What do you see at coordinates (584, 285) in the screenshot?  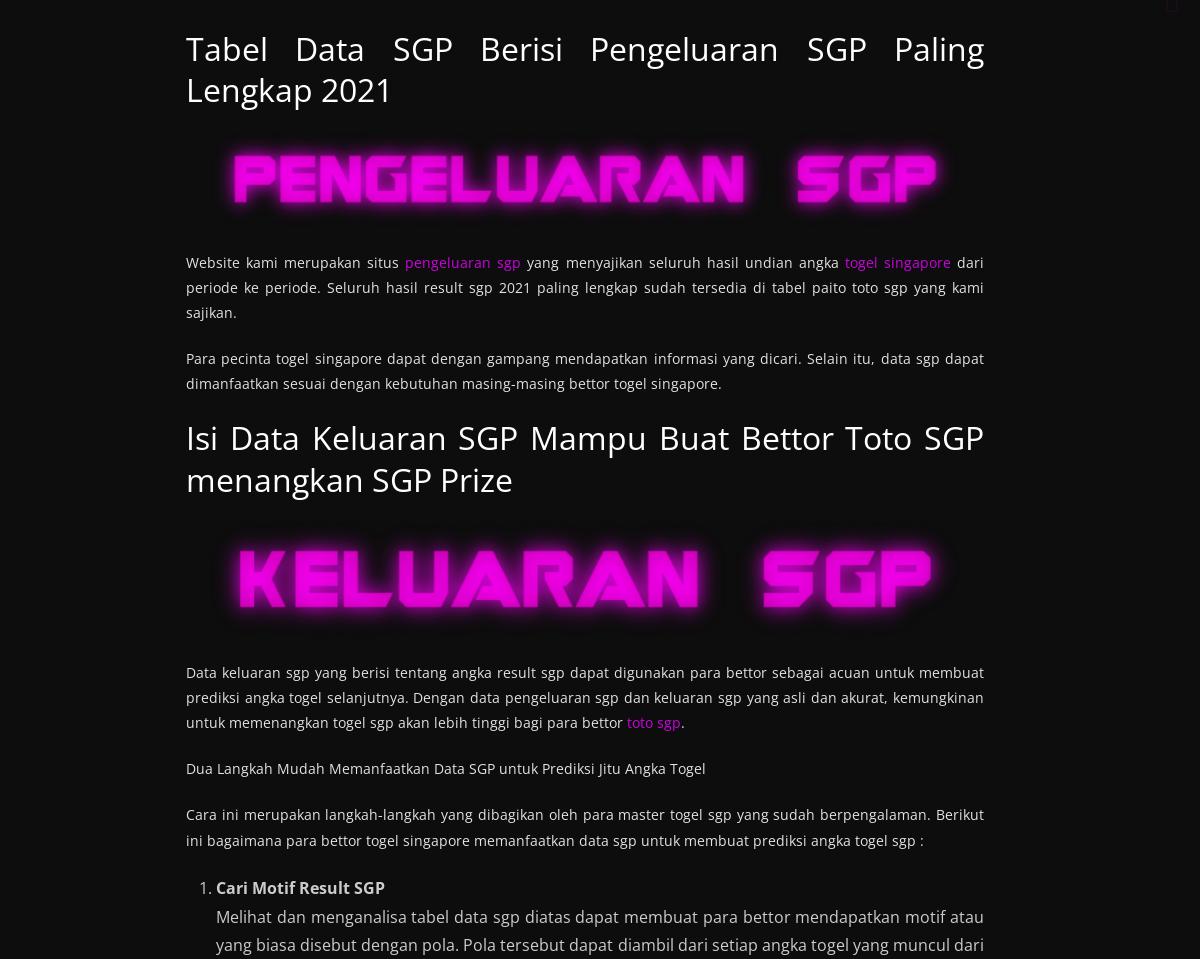 I see `'dari periode ke periode. Seluruh hasil result sgp 2021 paling lengkap sudah tersedia di tabel paito toto sgp yang kami sajikan.'` at bounding box center [584, 285].